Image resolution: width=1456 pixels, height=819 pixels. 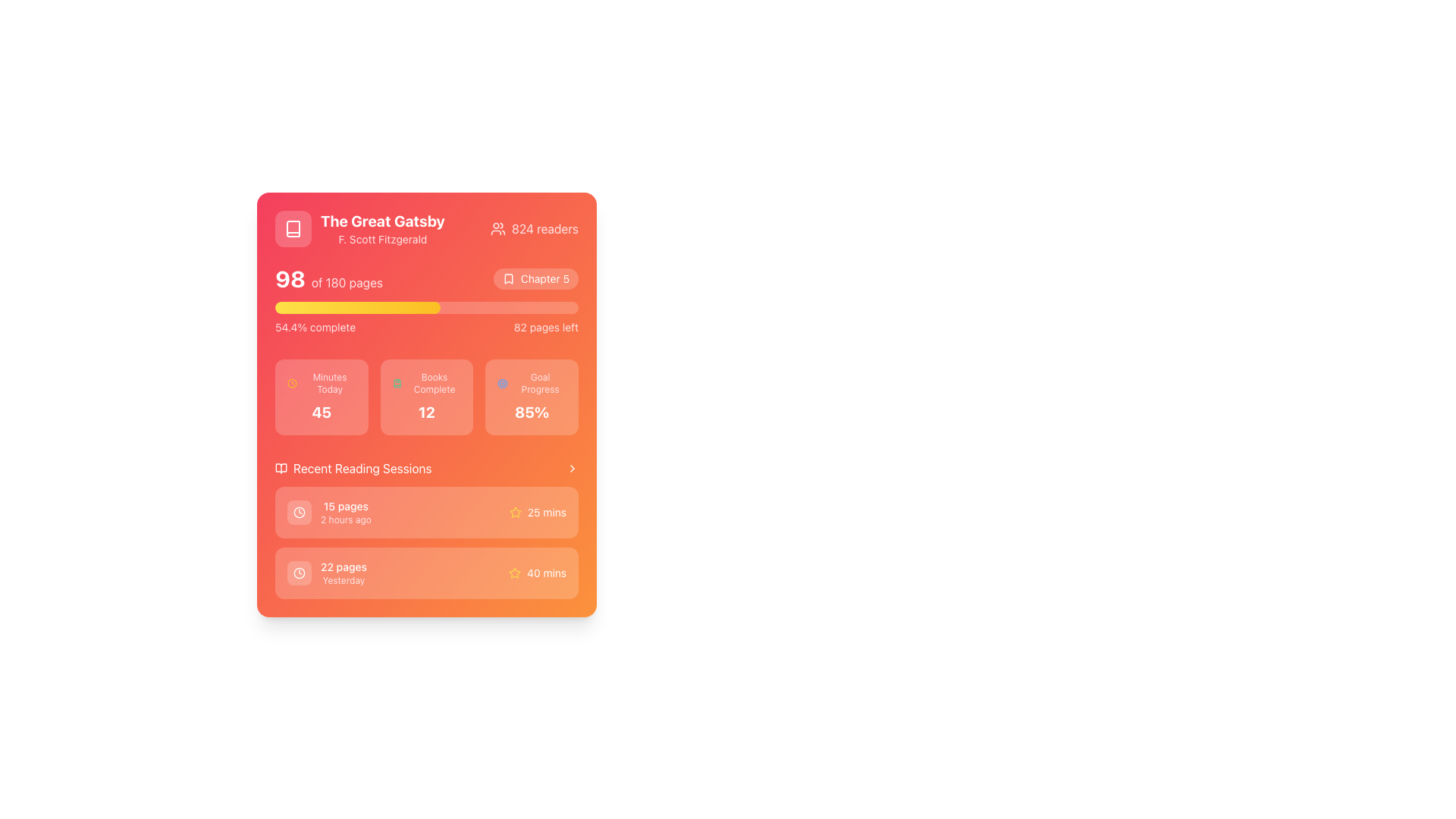 I want to click on the text label that indicates the number of pages remaining in the current book, located in the top-right quadrant of the card interface, adjacent to a progress bar, so click(x=546, y=327).